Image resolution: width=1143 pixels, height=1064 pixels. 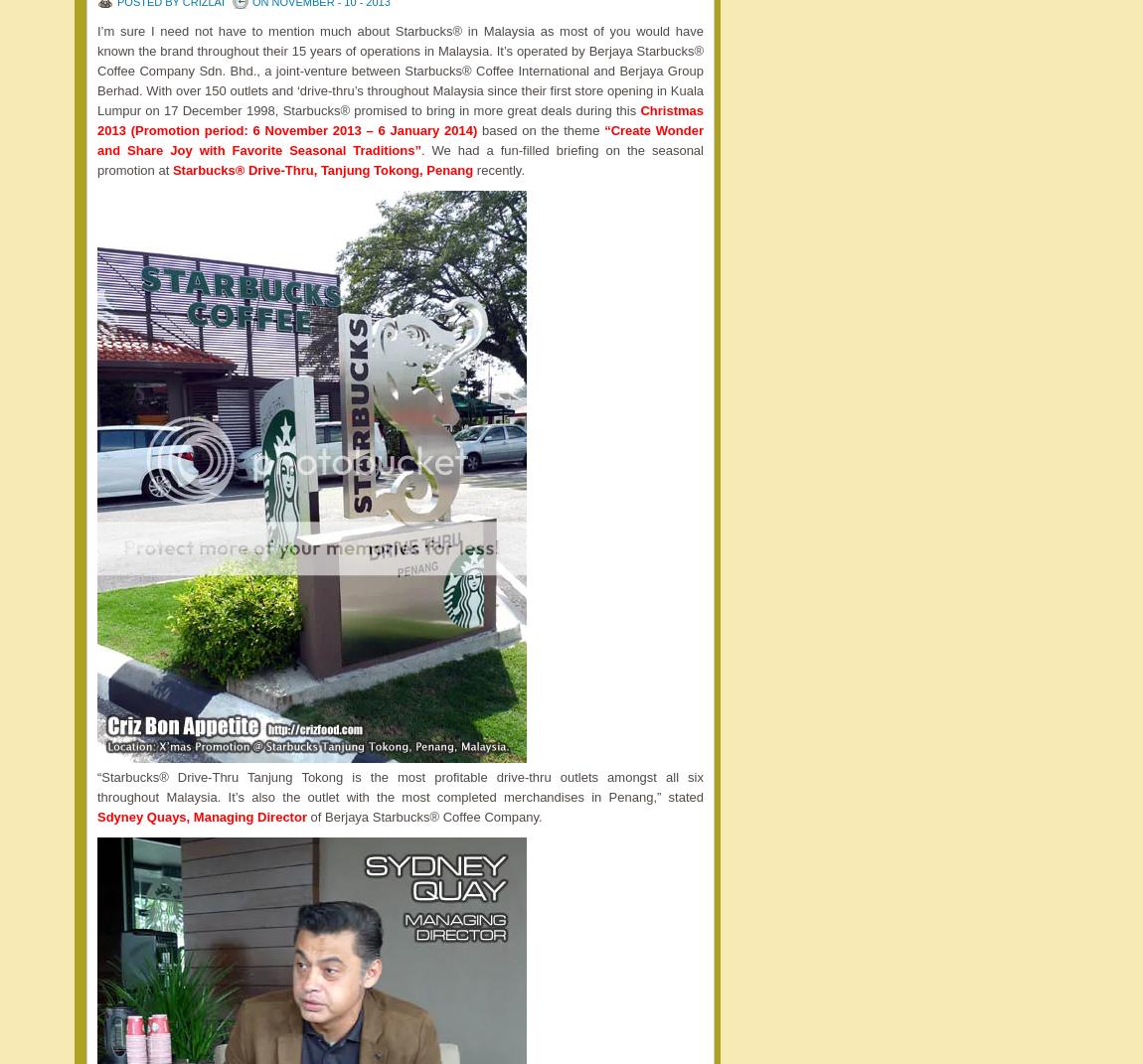 What do you see at coordinates (472, 169) in the screenshot?
I see `'recently.'` at bounding box center [472, 169].